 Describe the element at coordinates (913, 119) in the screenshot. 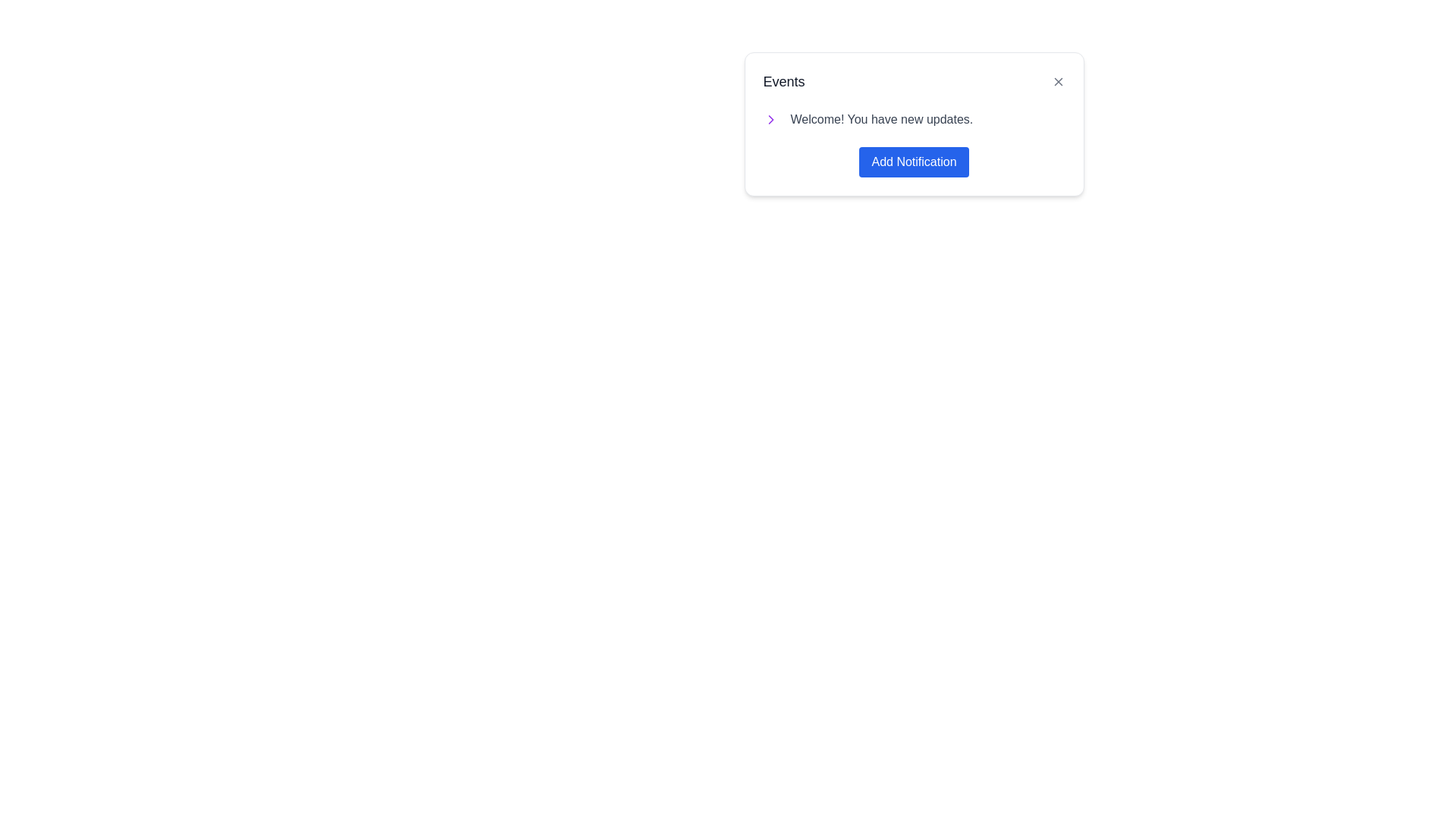

I see `the Text display with an associated icon located under the 'Events' heading and above the 'Add Notification' button` at that location.